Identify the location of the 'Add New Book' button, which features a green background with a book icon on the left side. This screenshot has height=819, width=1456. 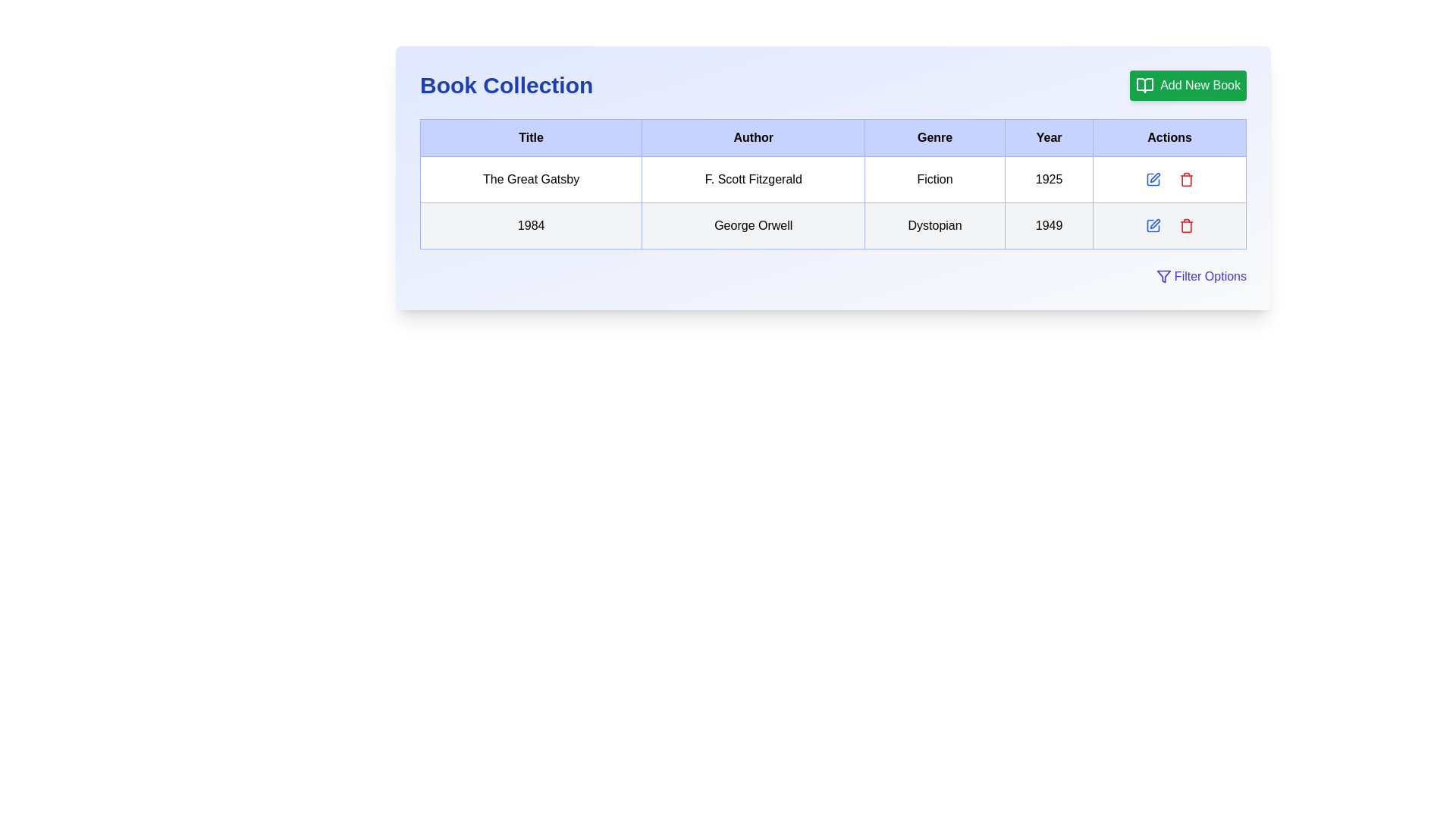
(1145, 85).